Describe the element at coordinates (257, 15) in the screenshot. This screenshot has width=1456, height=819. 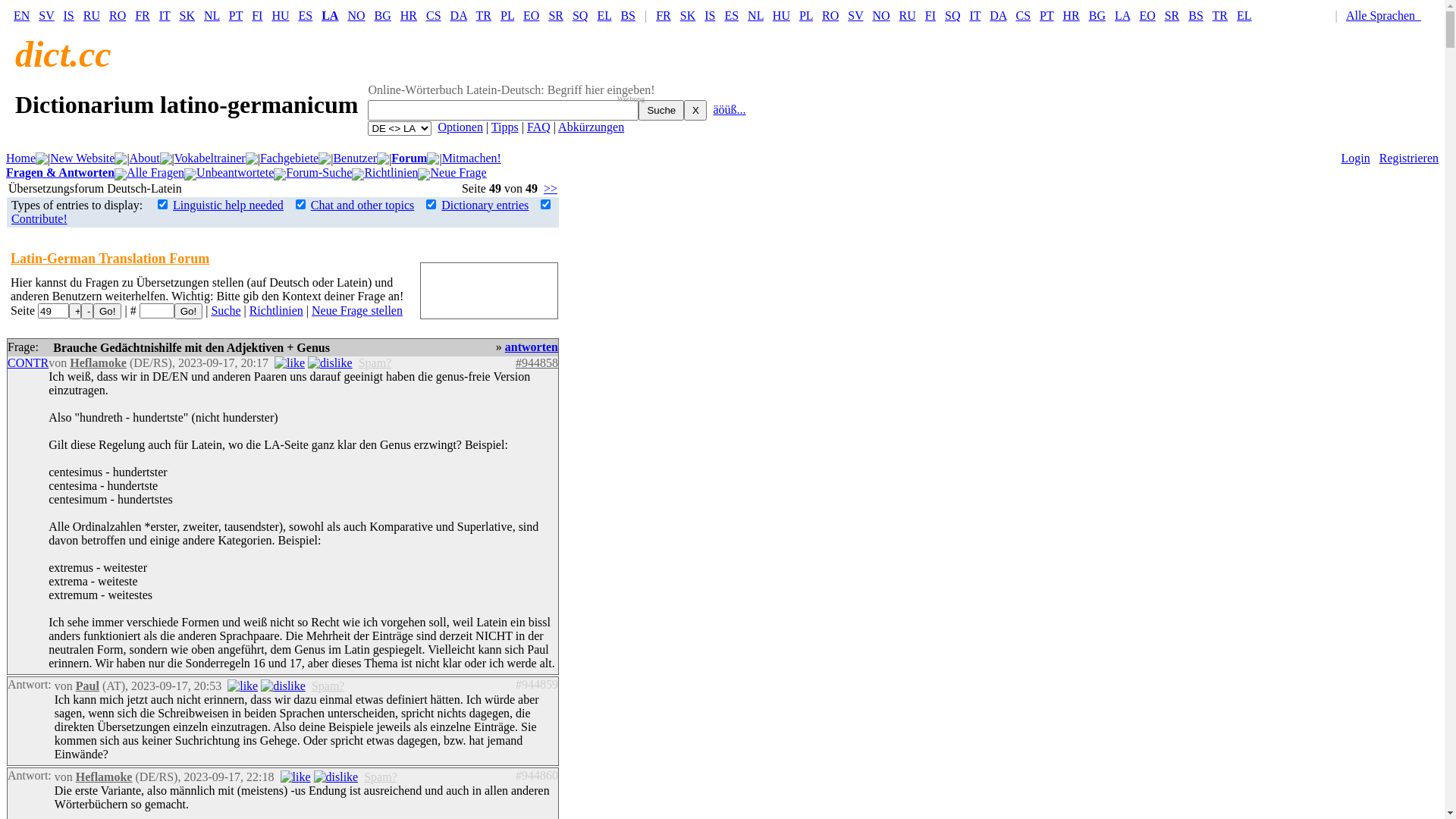
I see `'FI'` at that location.